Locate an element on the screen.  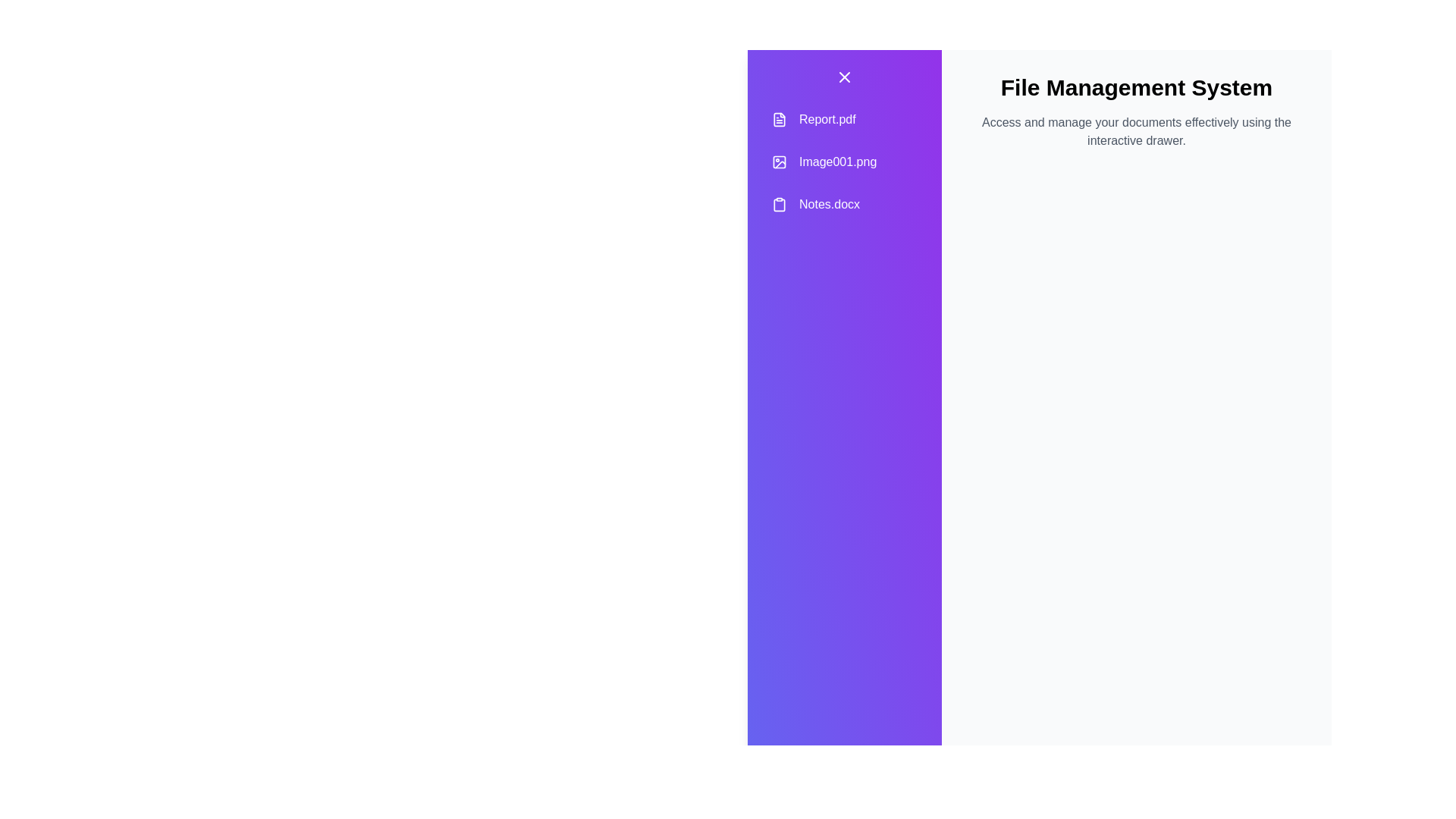
the document name Report.pdf to observe the hover effect is located at coordinates (843, 119).